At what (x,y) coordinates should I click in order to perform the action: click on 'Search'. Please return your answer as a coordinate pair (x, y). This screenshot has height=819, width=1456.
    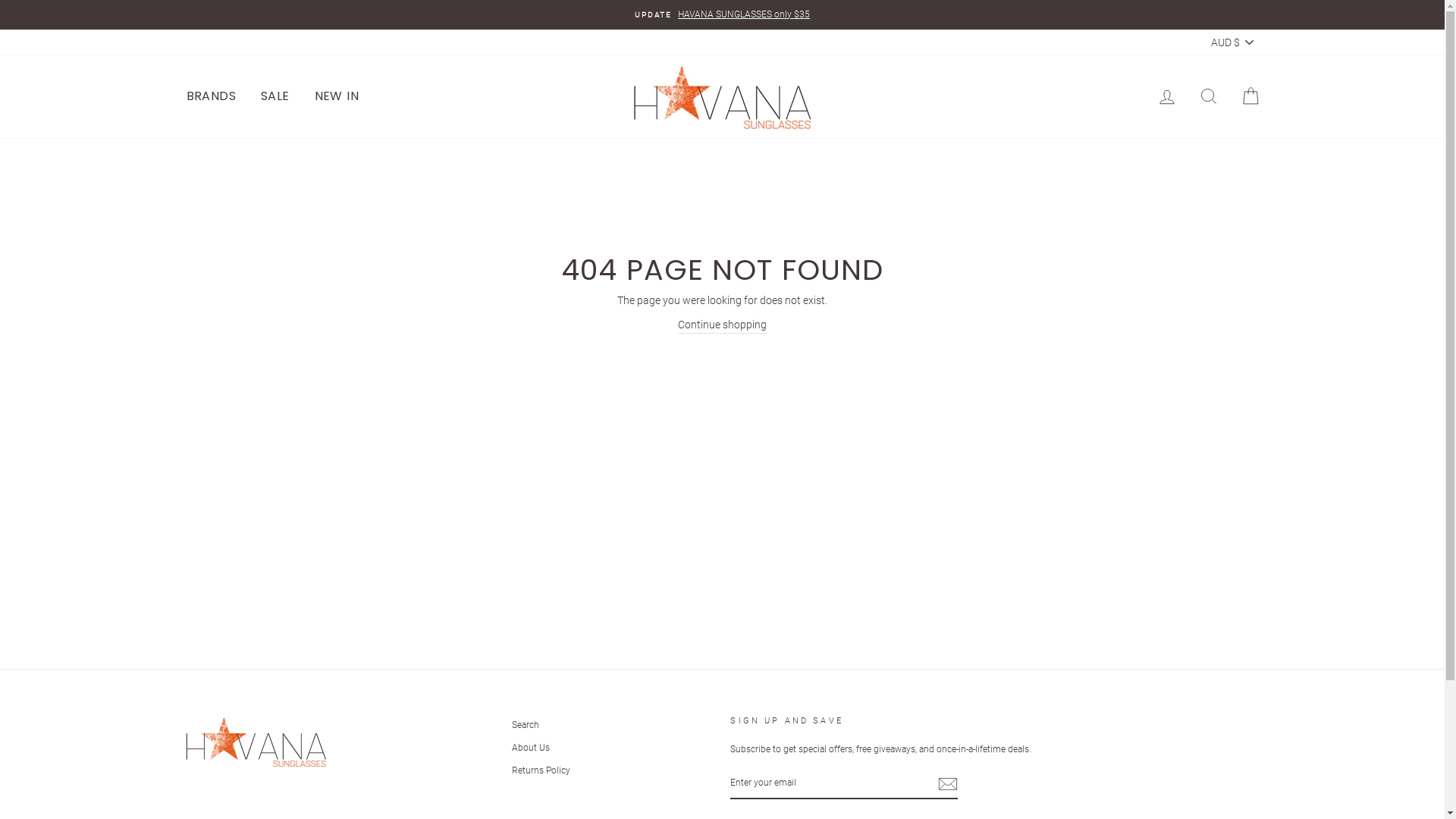
    Looking at the image, I should click on (525, 724).